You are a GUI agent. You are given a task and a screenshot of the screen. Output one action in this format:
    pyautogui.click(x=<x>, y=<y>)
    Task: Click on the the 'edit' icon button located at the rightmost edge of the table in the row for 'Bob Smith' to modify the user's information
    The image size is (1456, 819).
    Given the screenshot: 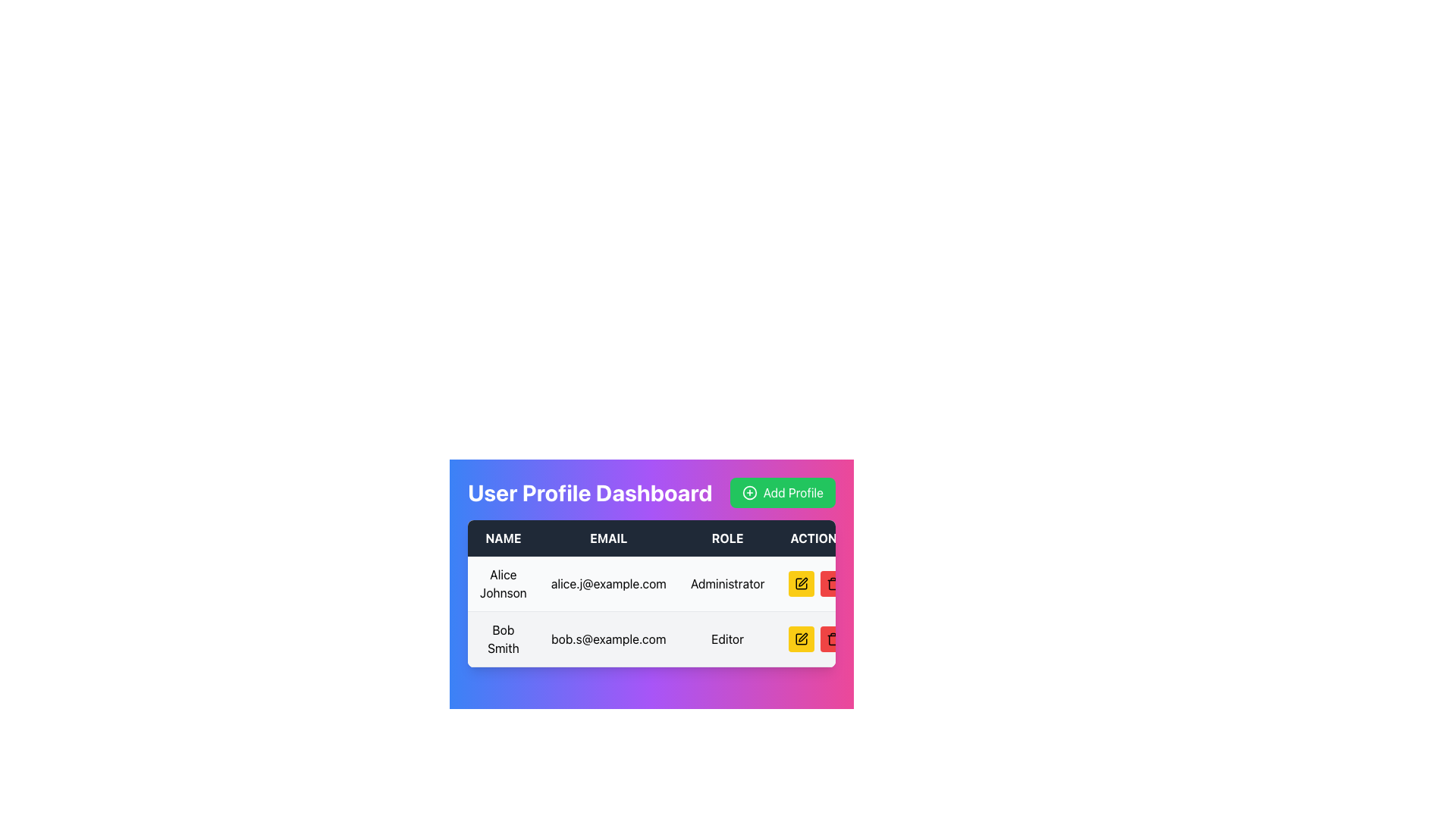 What is the action you would take?
    pyautogui.click(x=800, y=583)
    